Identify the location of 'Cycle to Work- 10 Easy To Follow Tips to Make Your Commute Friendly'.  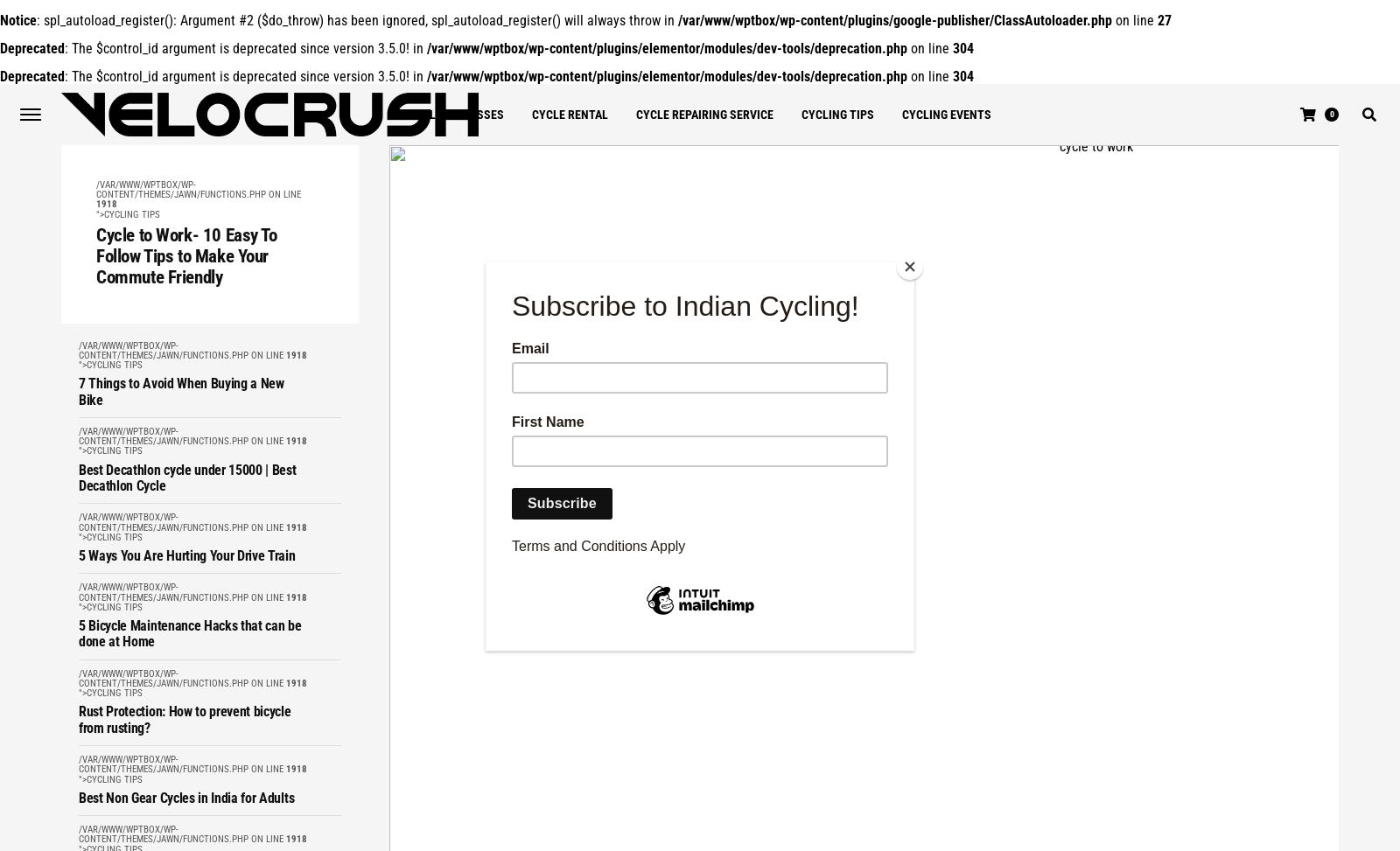
(95, 255).